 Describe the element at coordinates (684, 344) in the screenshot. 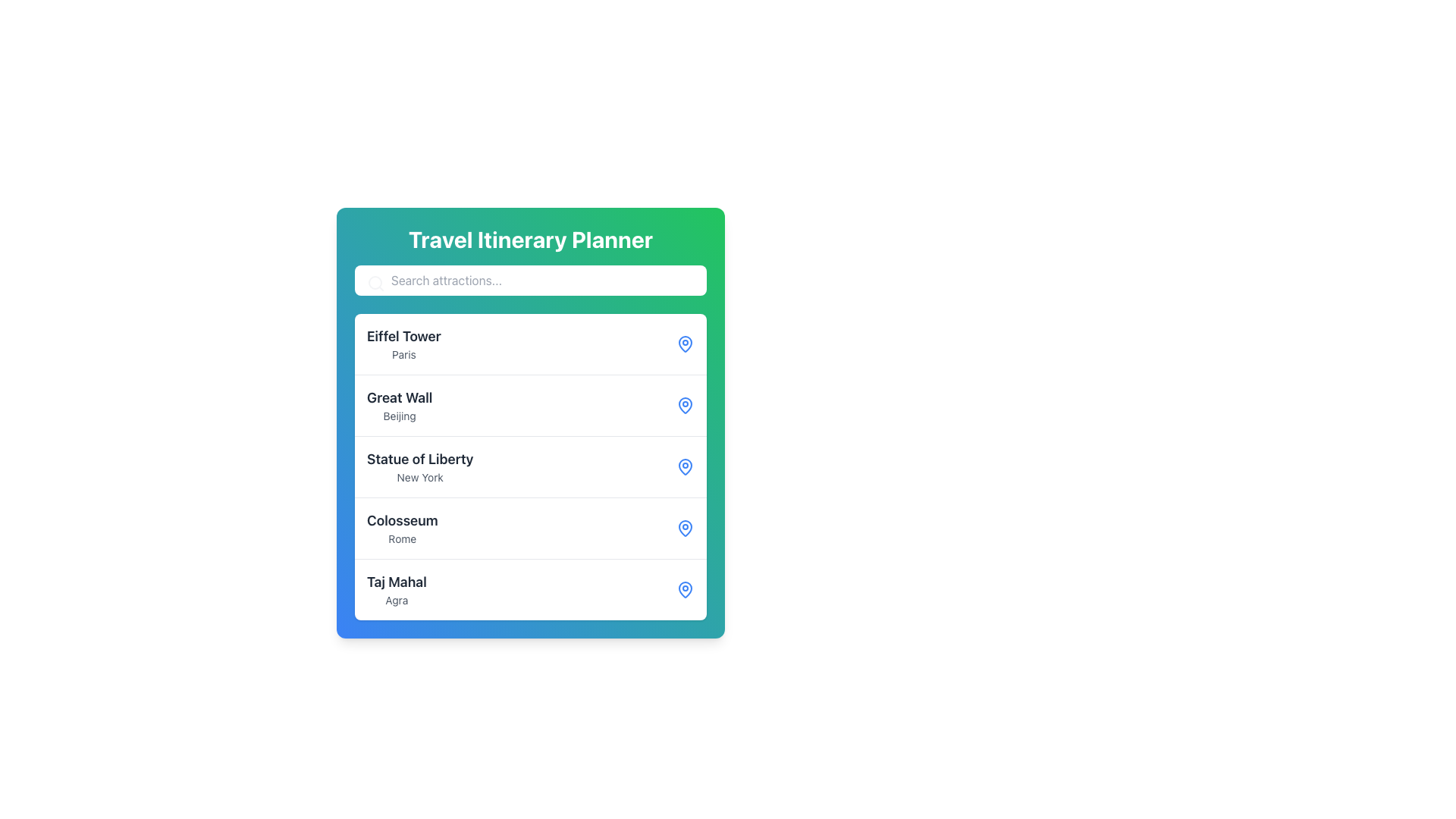

I see `the blue outlined map pin icon located to the right of the text 'Eiffel Tower' and 'Paris'` at that location.